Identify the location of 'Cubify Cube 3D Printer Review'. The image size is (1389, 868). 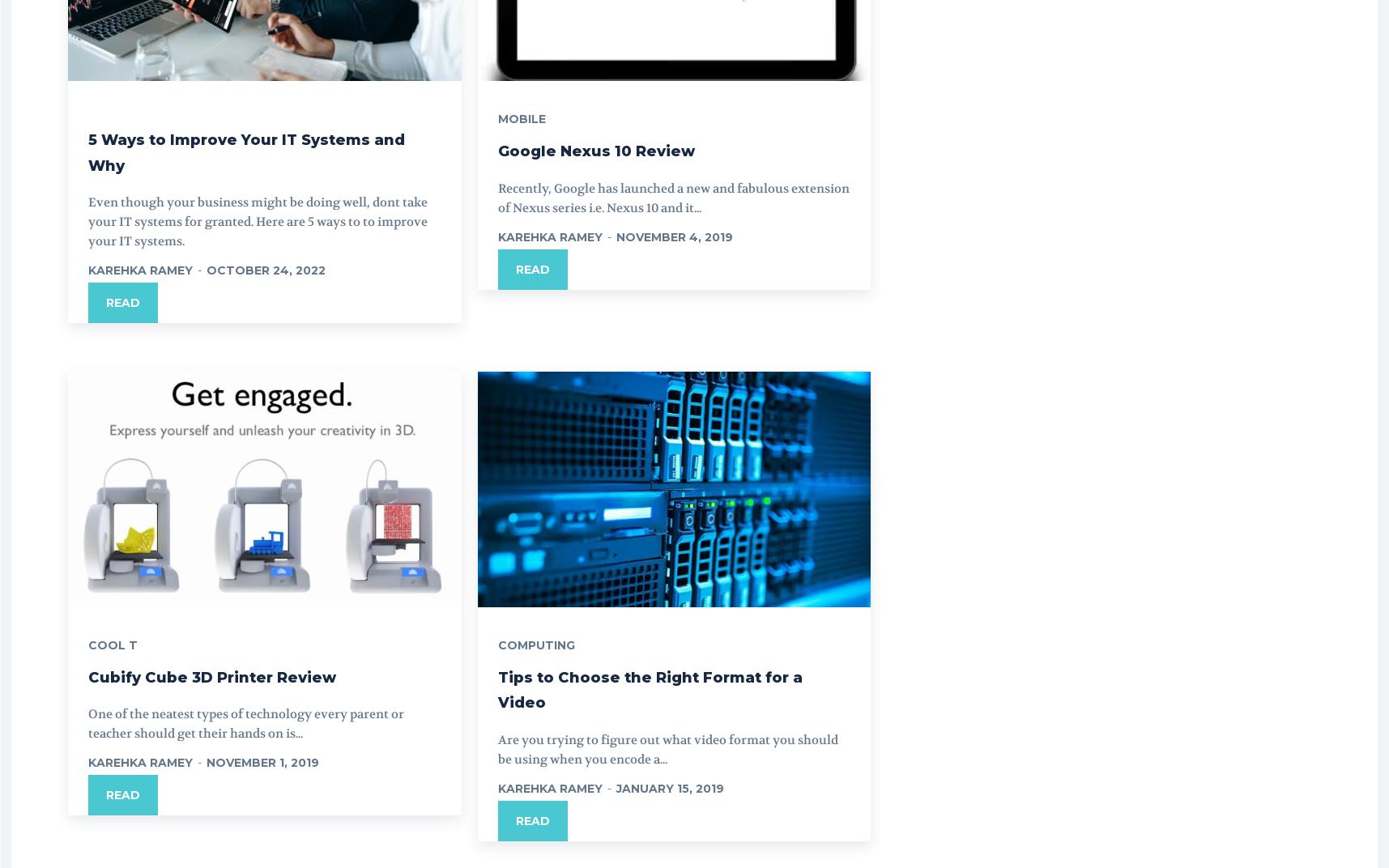
(249, 674).